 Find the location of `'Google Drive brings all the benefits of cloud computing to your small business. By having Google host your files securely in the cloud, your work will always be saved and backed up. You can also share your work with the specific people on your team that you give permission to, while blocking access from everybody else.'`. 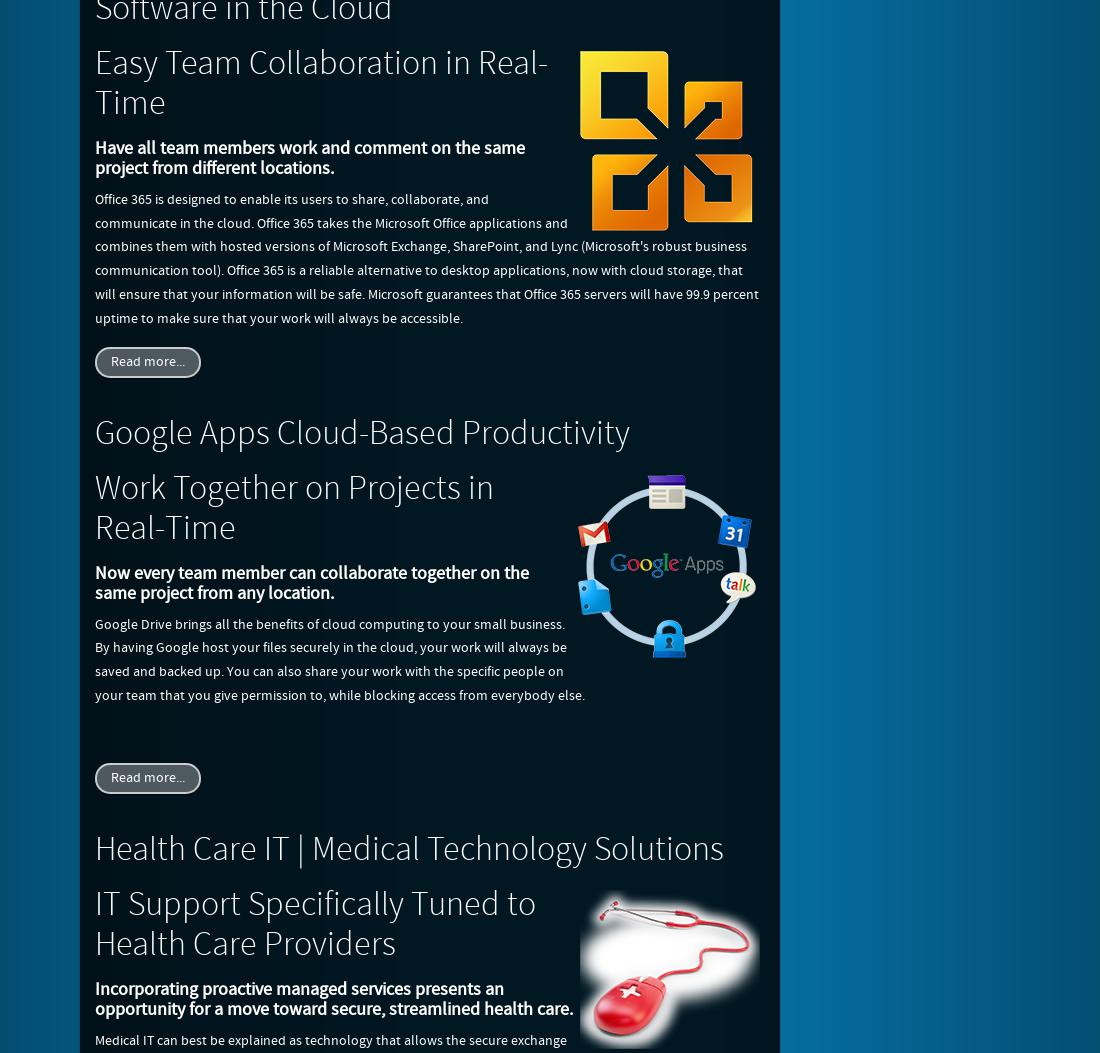

'Google Drive brings all the benefits of cloud computing to your small business. By having Google host your files securely in the cloud, your work will always be saved and backed up. You can also share your work with the specific people on your team that you give permission to, while blocking access from everybody else.' is located at coordinates (339, 658).